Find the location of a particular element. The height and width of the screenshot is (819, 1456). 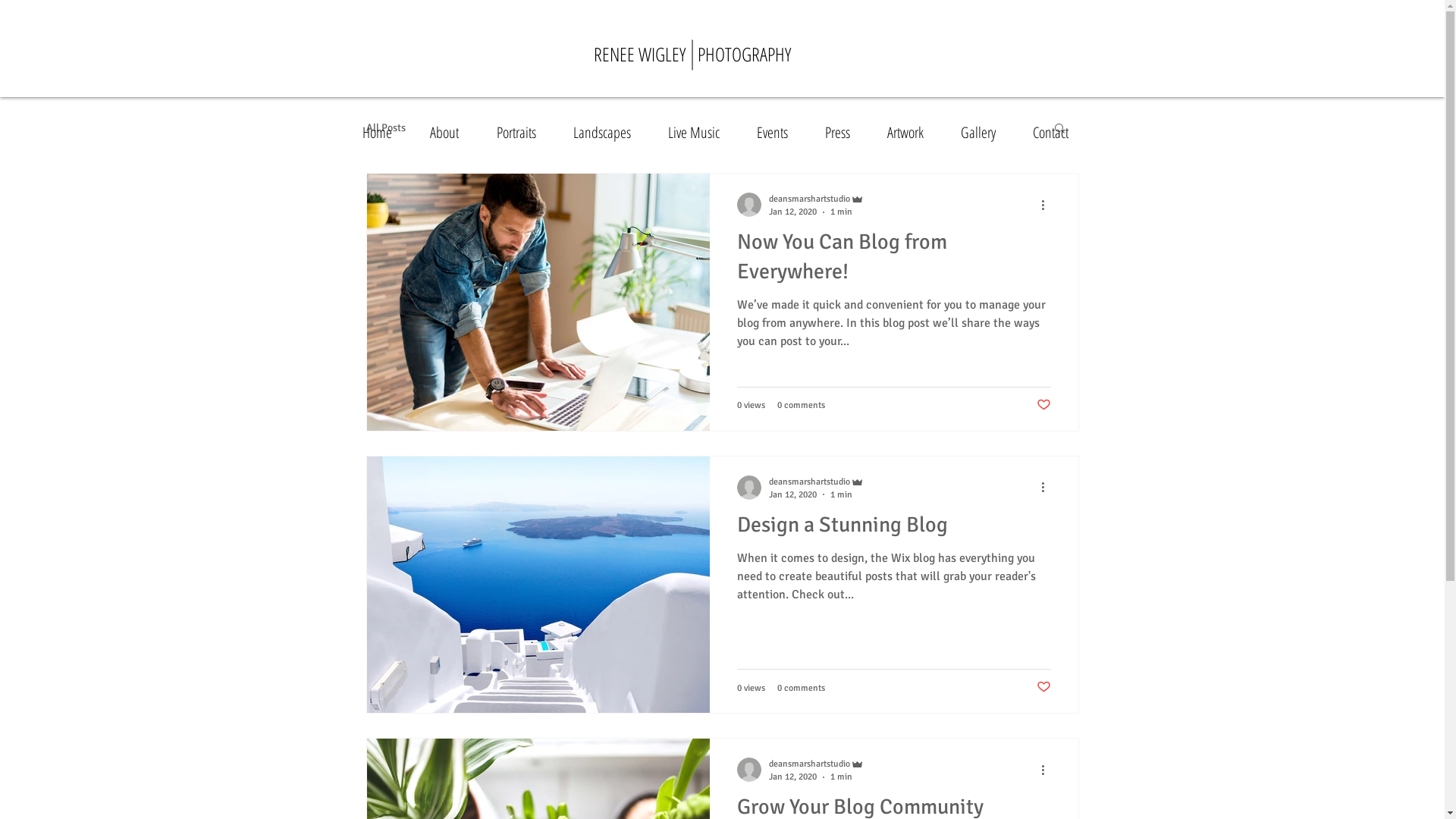

'Gallery' is located at coordinates (985, 131).